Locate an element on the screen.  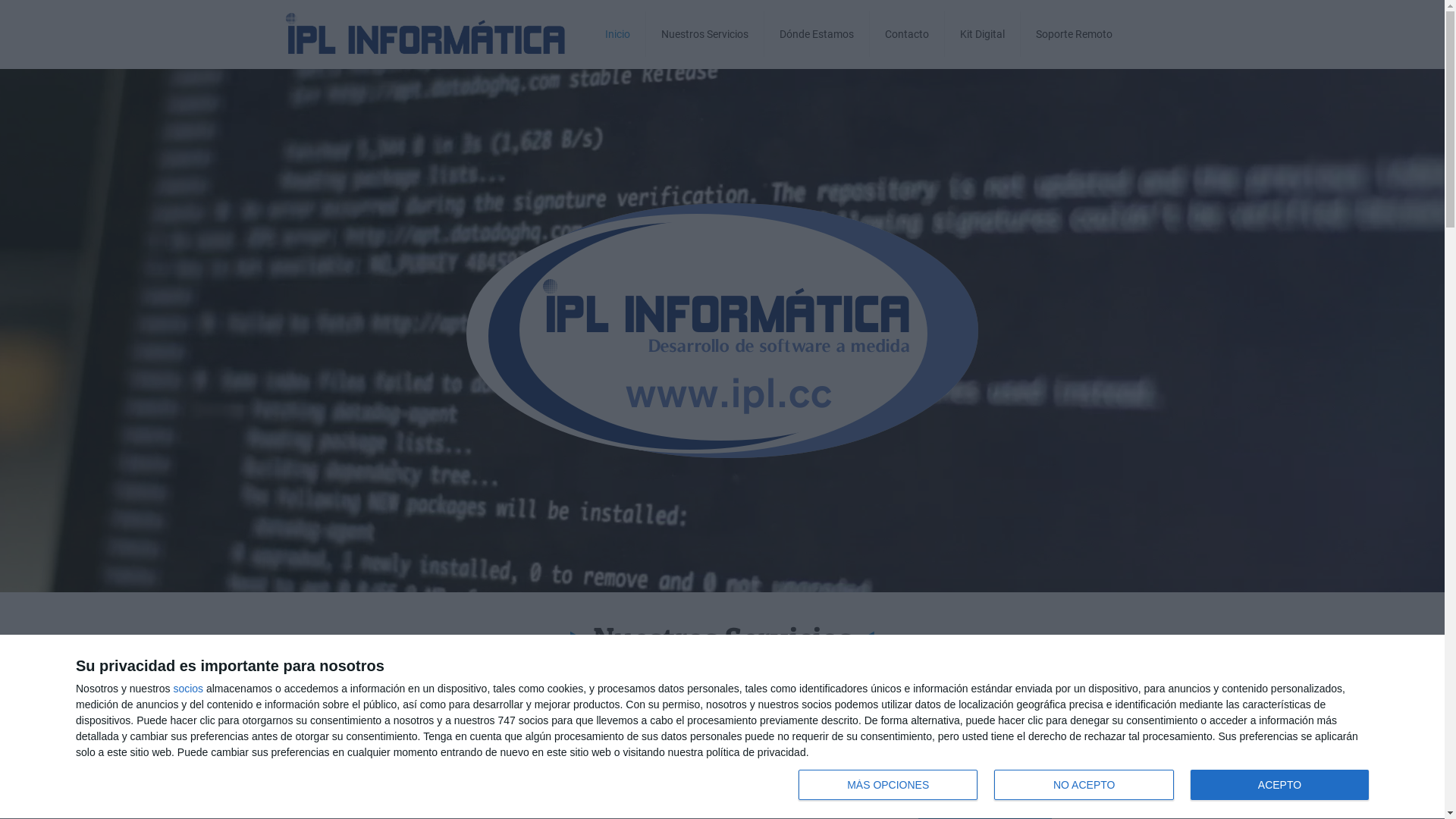
'Kit Digital' is located at coordinates (983, 34).